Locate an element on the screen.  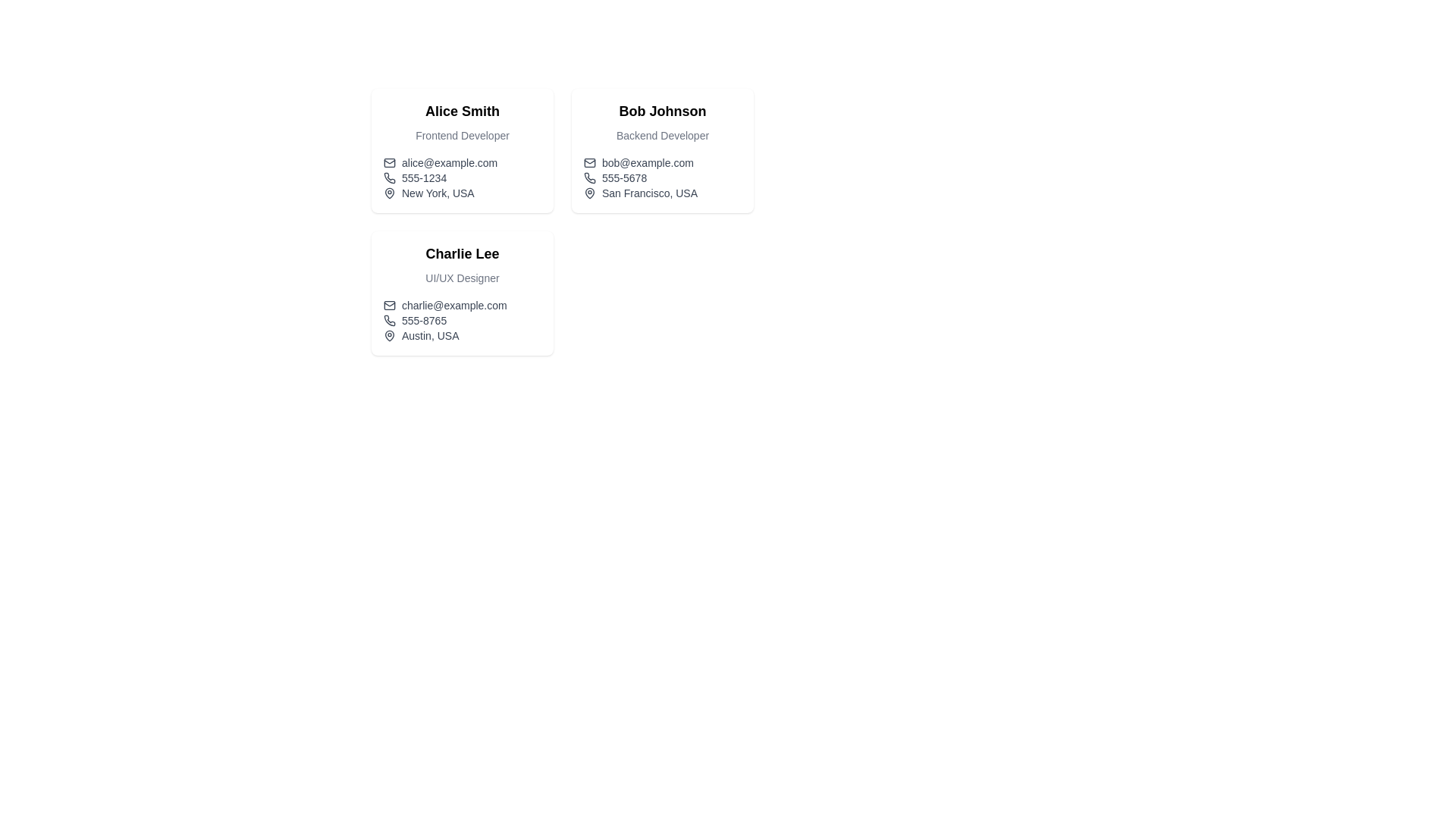
the email address display element associated with the profile of 'Bob Johnson', located below the job title 'Backend Developer' and above the phone number '555-5678' is located at coordinates (662, 163).